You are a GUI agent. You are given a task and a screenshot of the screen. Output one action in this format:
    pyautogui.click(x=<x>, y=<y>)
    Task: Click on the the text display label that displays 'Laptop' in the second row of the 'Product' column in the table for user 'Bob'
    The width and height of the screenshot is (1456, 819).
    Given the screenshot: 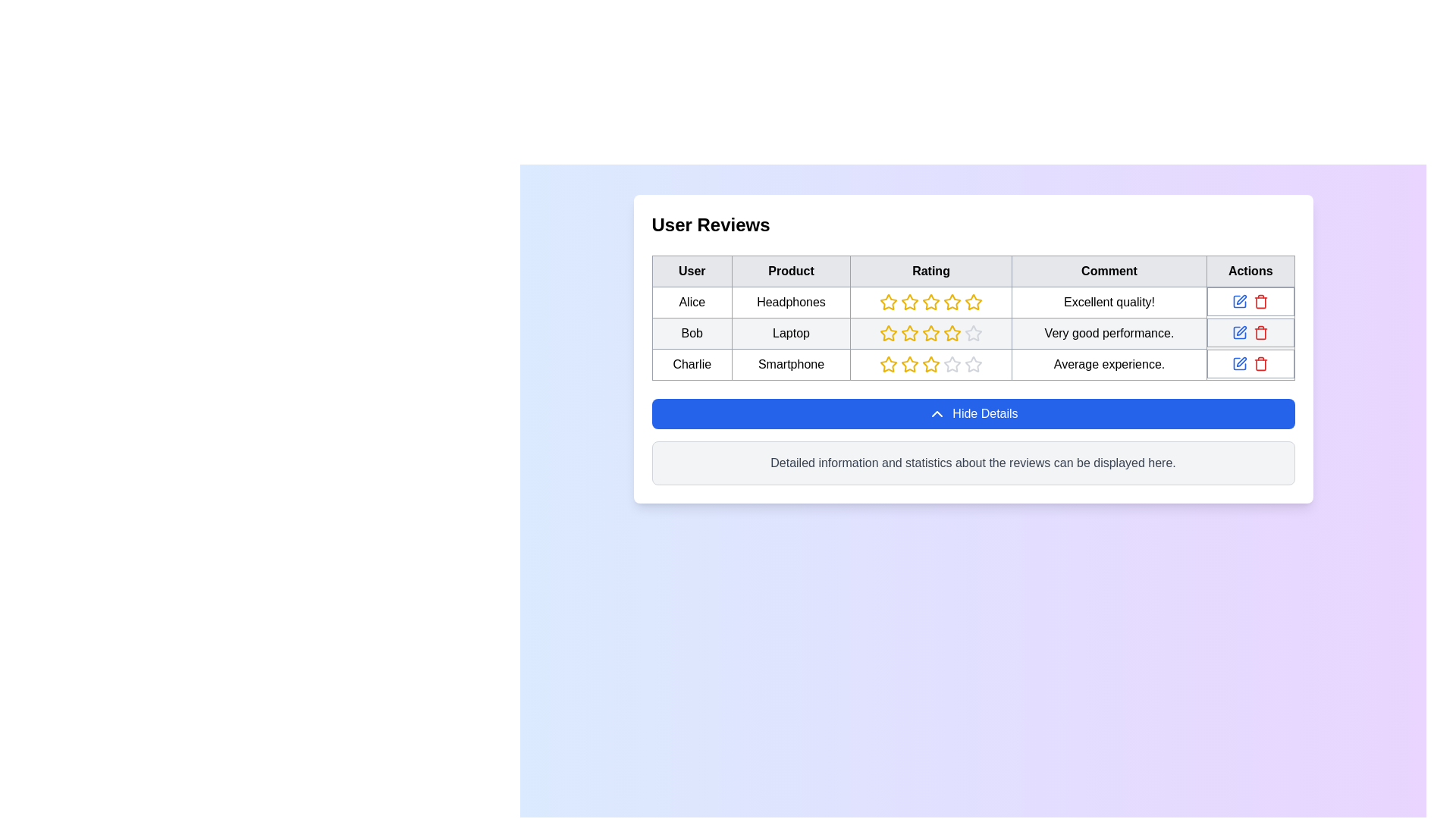 What is the action you would take?
    pyautogui.click(x=790, y=332)
    